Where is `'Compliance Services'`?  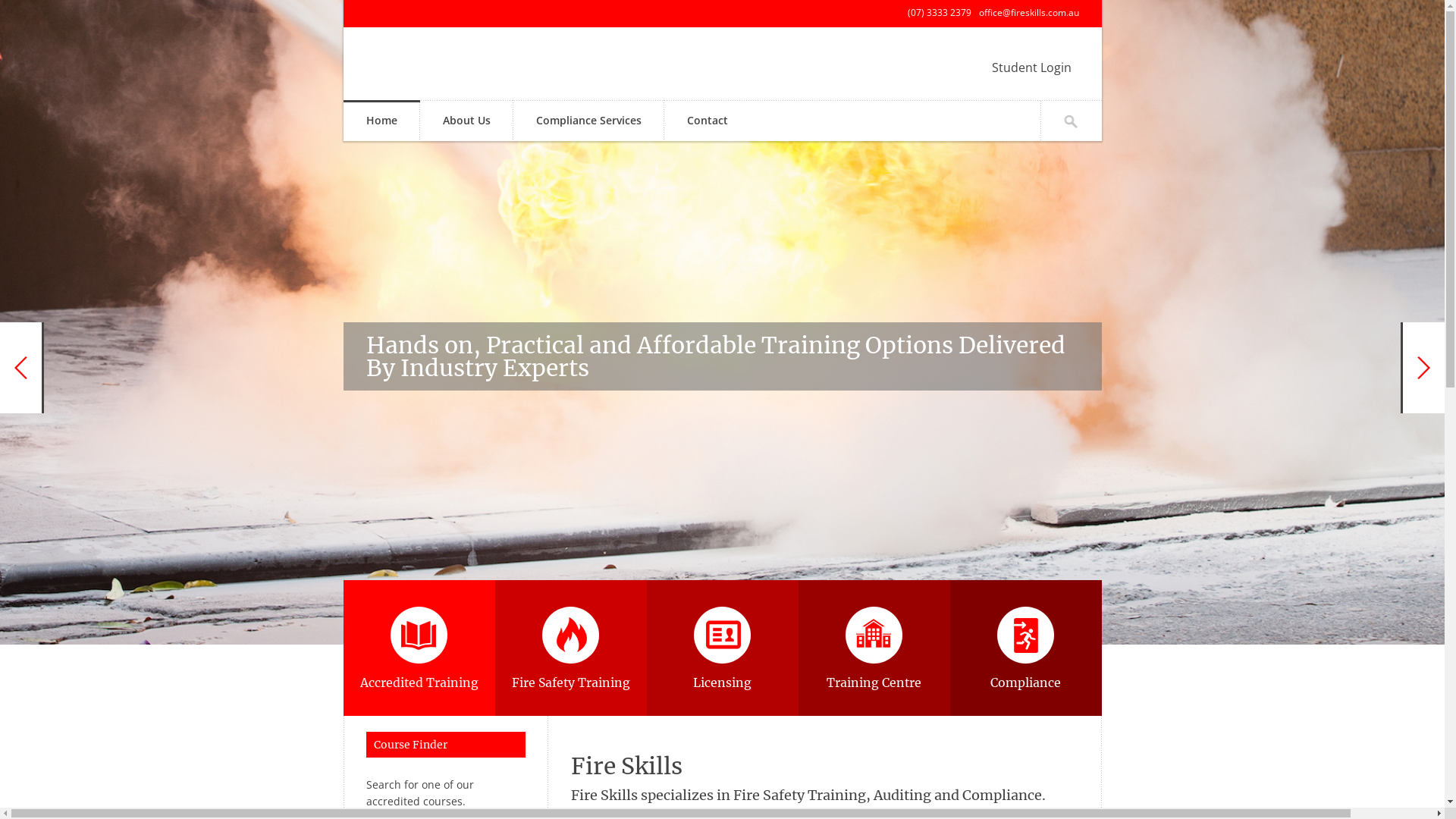 'Compliance Services' is located at coordinates (587, 121).